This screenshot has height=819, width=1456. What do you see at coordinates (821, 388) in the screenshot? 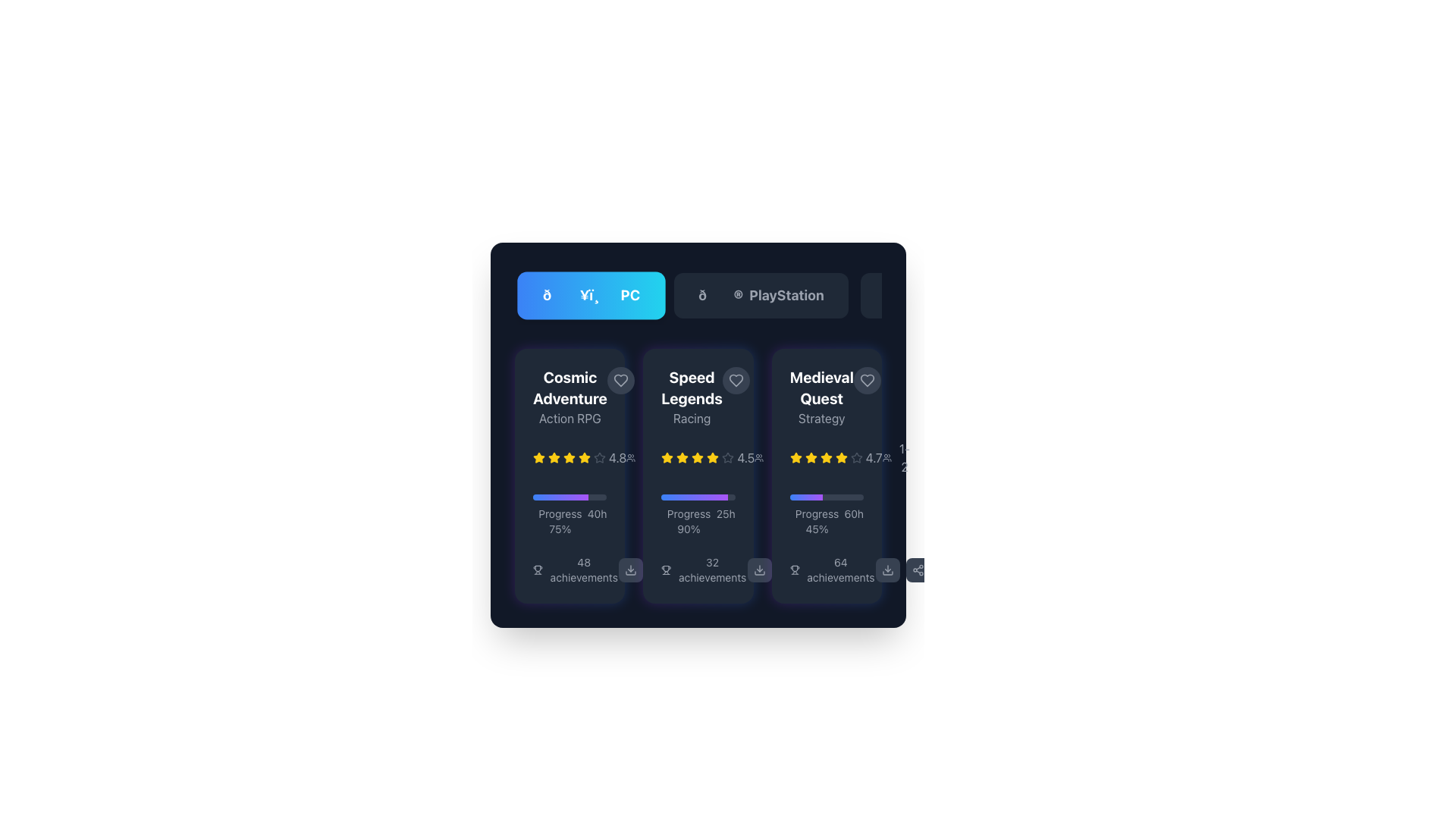
I see `the text element displaying 'Medieval Quest' in bold, white font located in the upper section of the card in the third column of the grid layout` at bounding box center [821, 388].